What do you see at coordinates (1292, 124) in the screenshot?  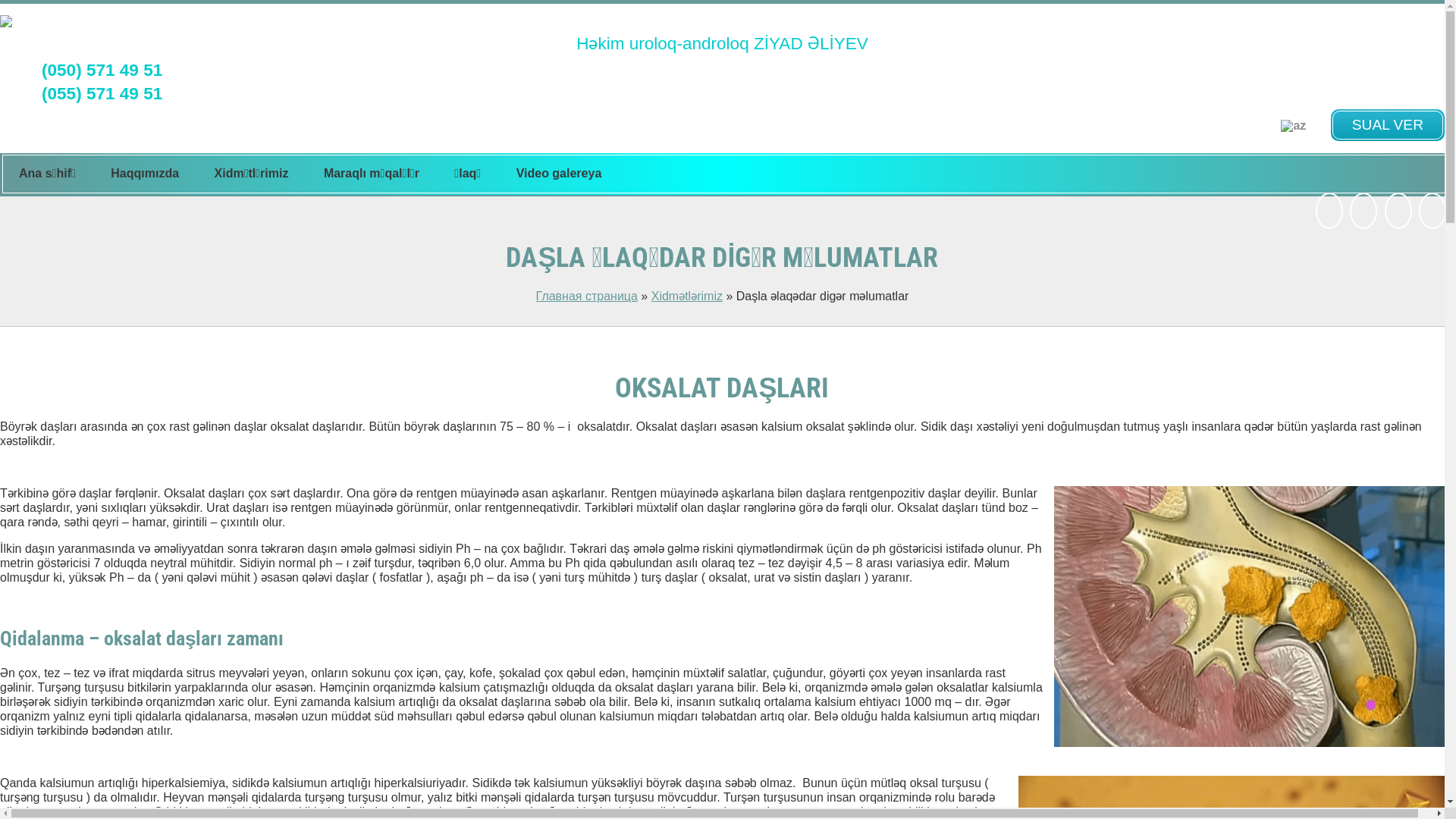 I see `'AZ'` at bounding box center [1292, 124].